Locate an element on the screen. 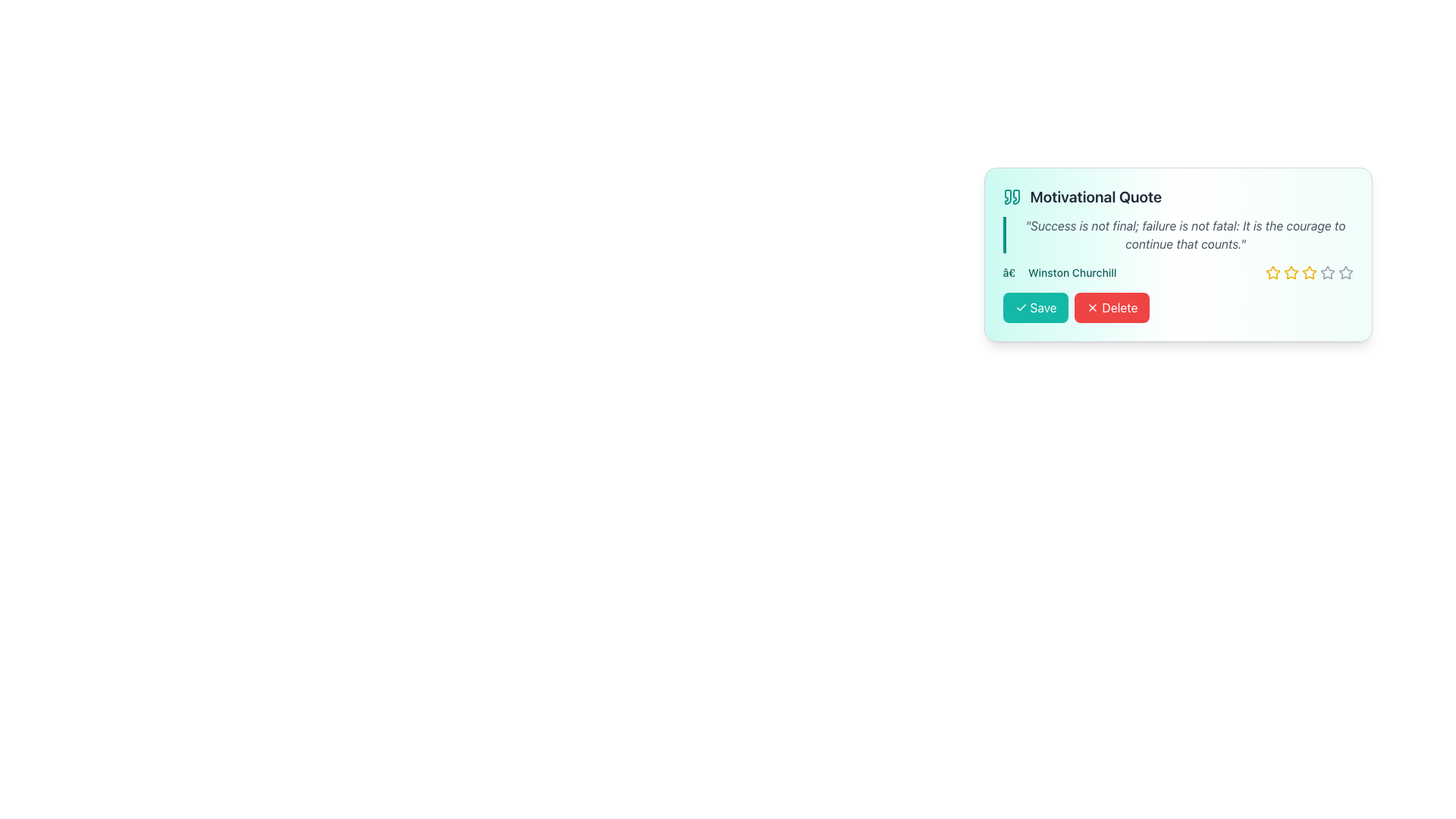 This screenshot has height=819, width=1456. the green 'Save' button with white text and a checkmark icon on the left, located to the left of the red 'Delete' button is located at coordinates (1034, 307).